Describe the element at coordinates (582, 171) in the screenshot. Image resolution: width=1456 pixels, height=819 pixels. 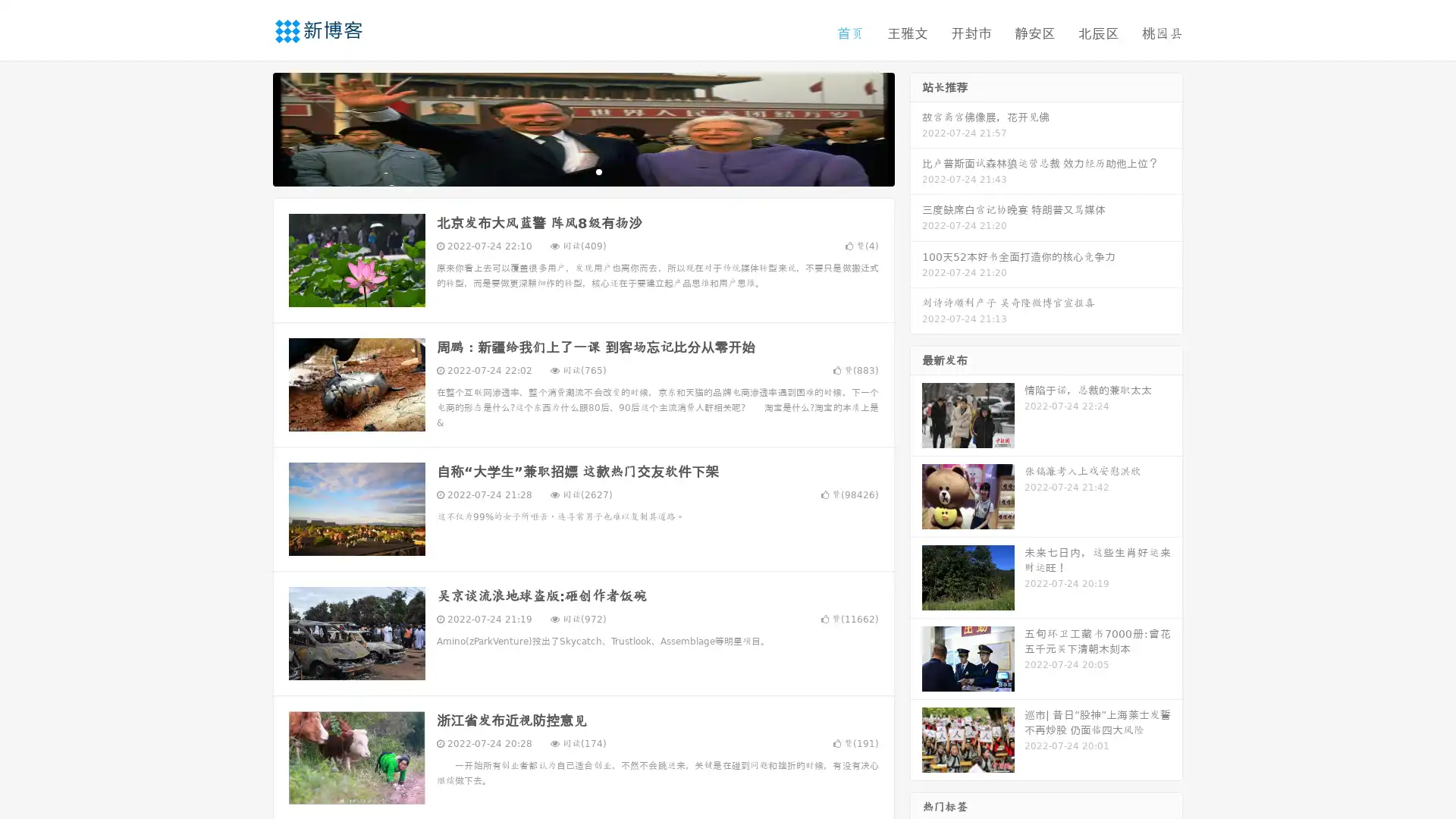
I see `Go to slide 2` at that location.